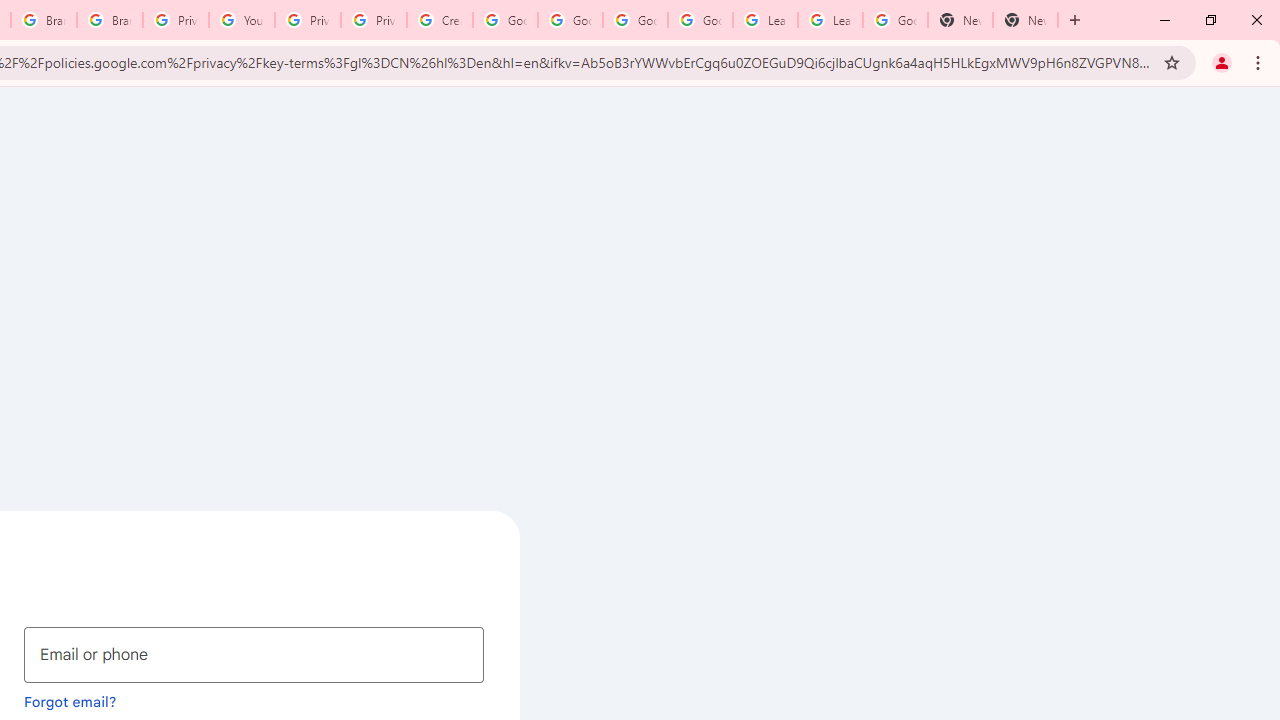 The width and height of the screenshot is (1280, 720). I want to click on 'New Tab', so click(1025, 20).